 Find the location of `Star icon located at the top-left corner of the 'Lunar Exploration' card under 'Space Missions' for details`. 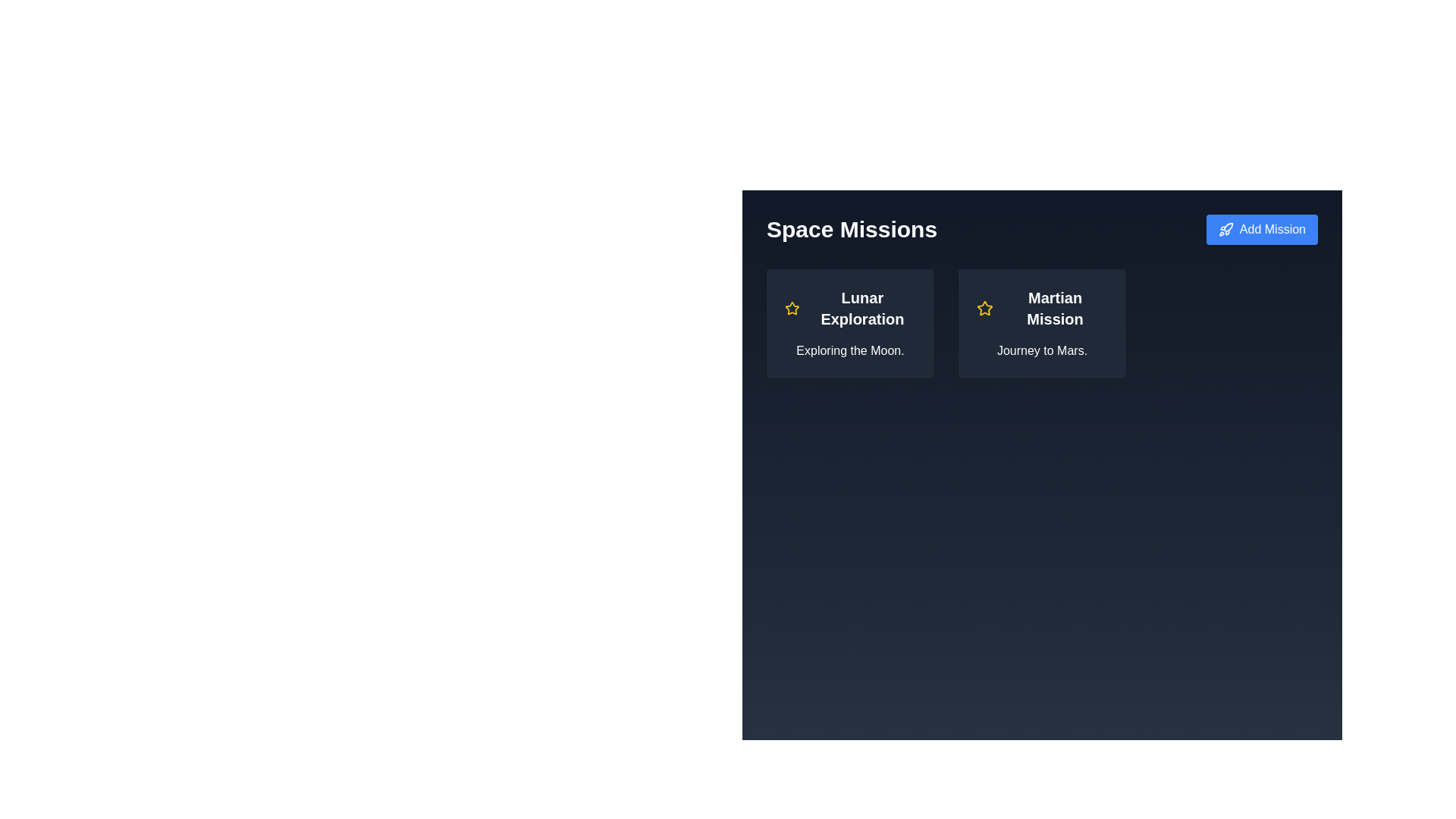

Star icon located at the top-left corner of the 'Lunar Exploration' card under 'Space Missions' for details is located at coordinates (791, 307).